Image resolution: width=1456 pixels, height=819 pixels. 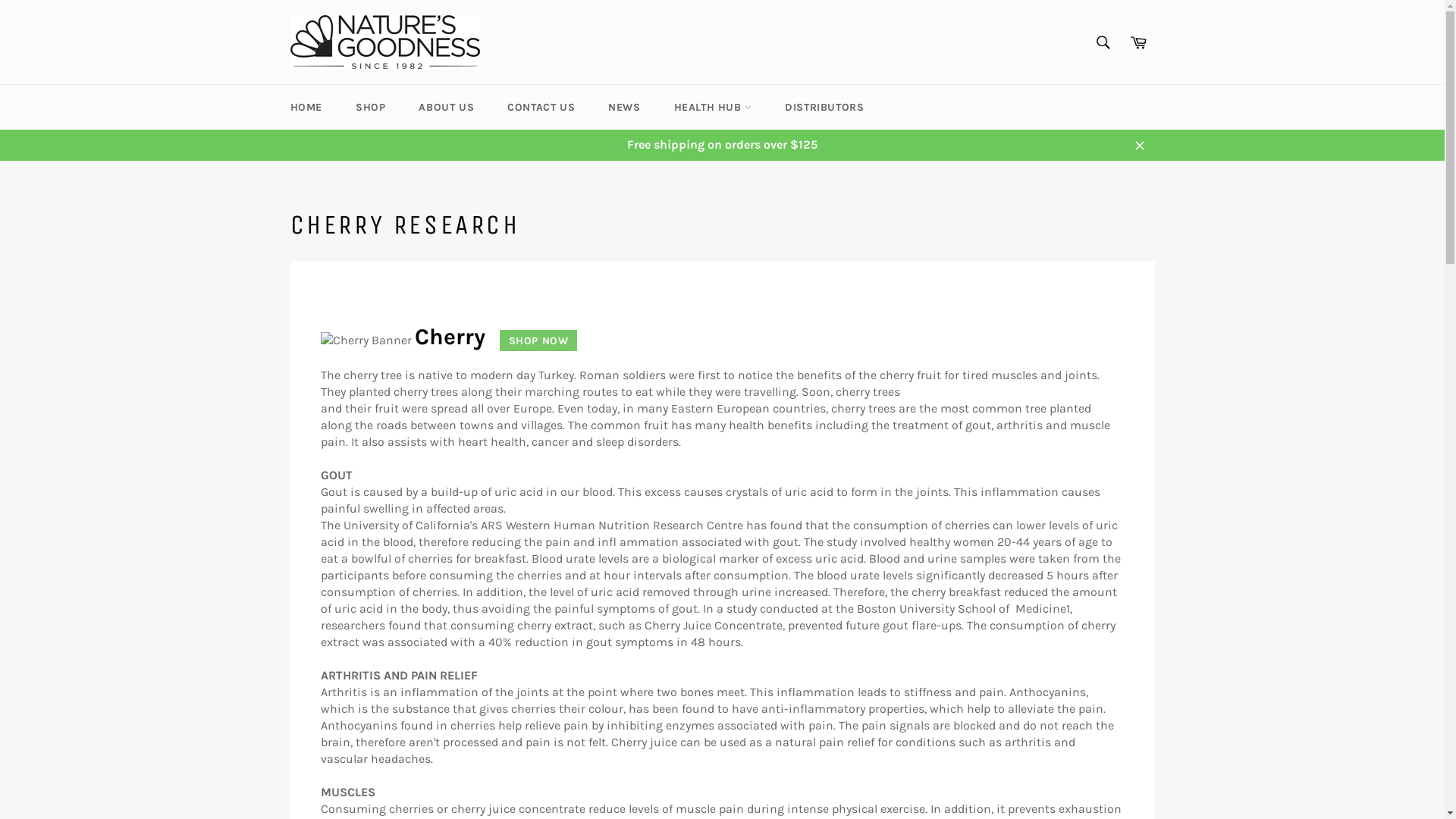 What do you see at coordinates (305, 106) in the screenshot?
I see `'HOME'` at bounding box center [305, 106].